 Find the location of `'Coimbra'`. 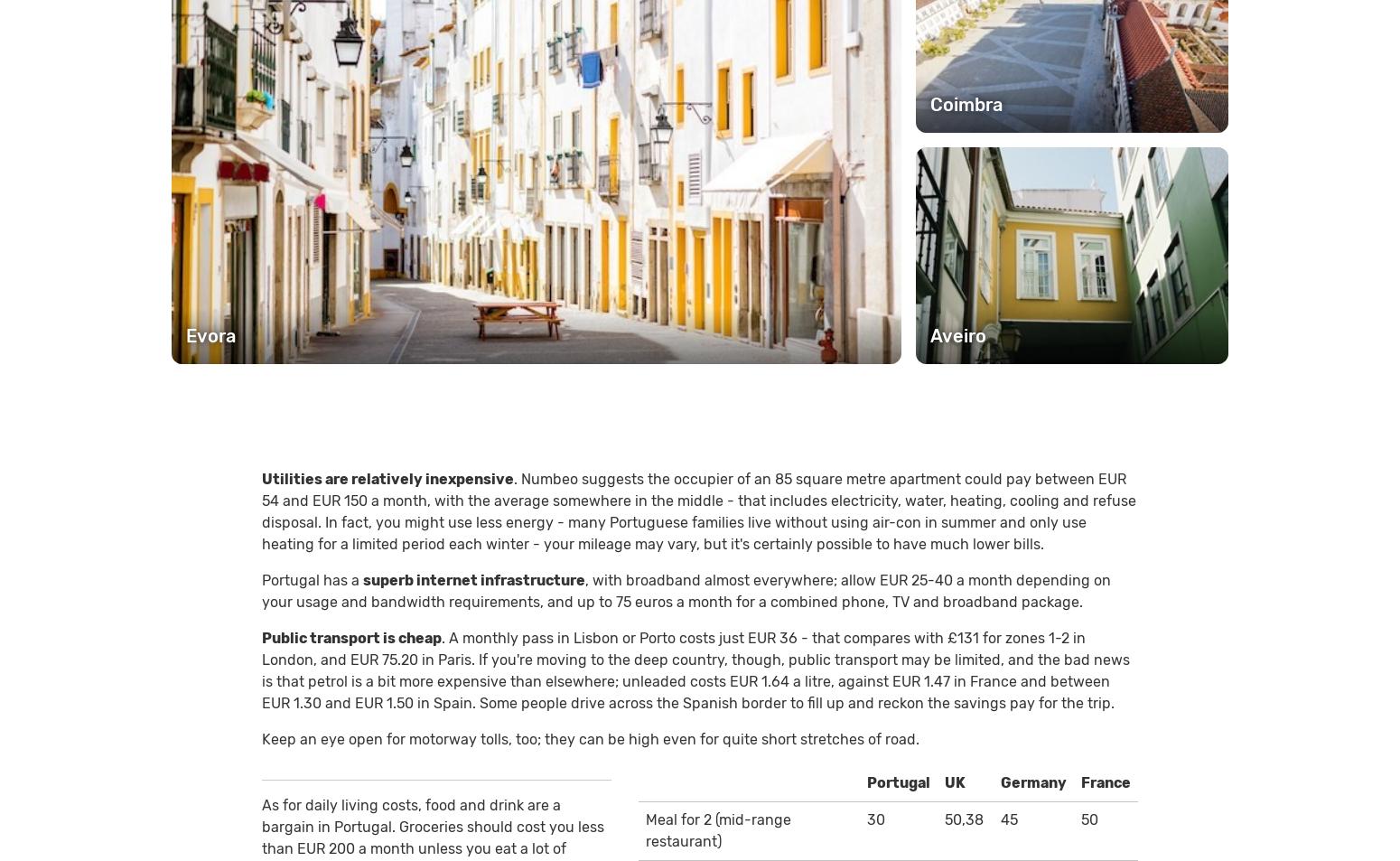

'Coimbra' is located at coordinates (966, 103).